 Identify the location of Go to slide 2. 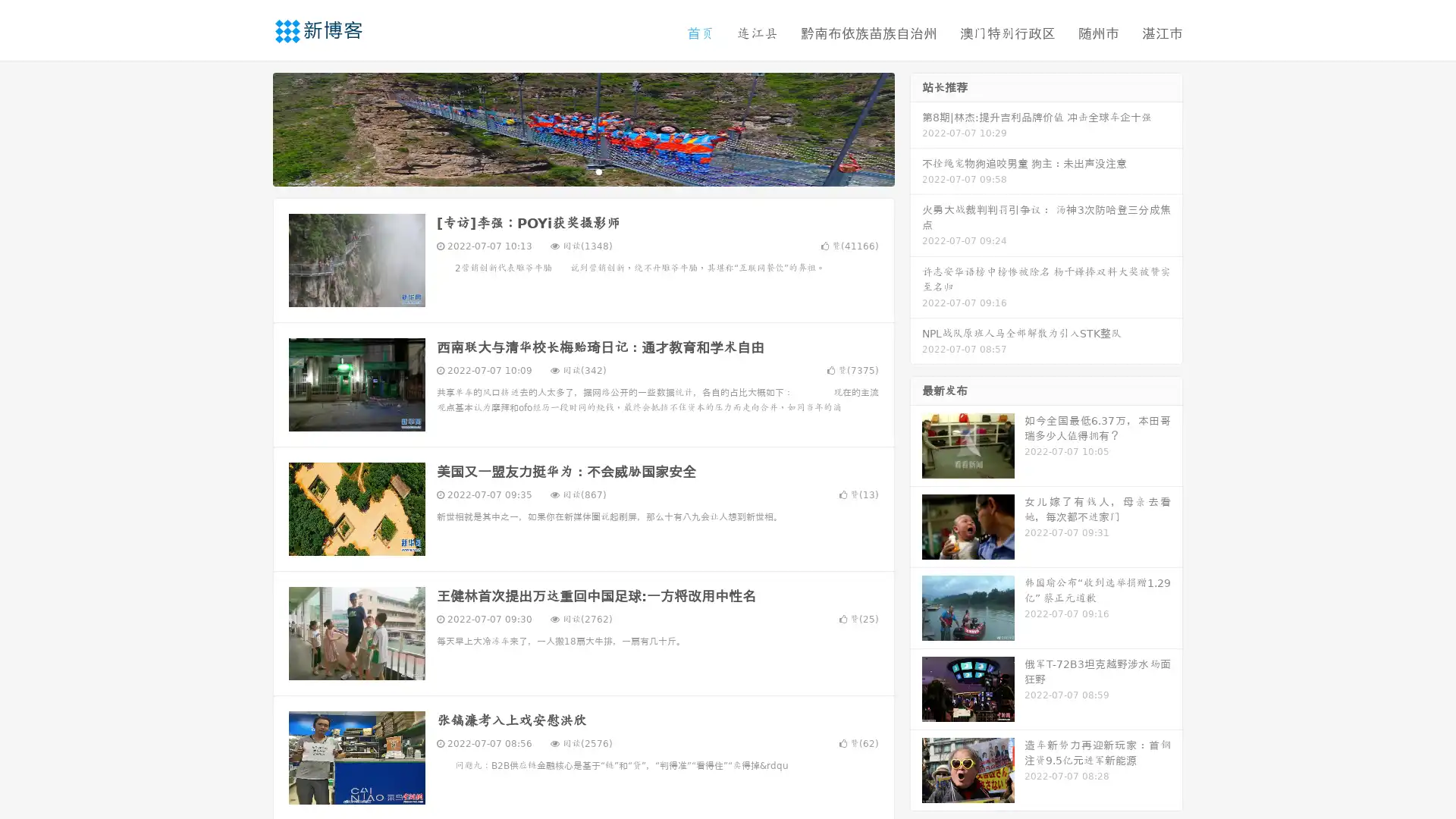
(582, 171).